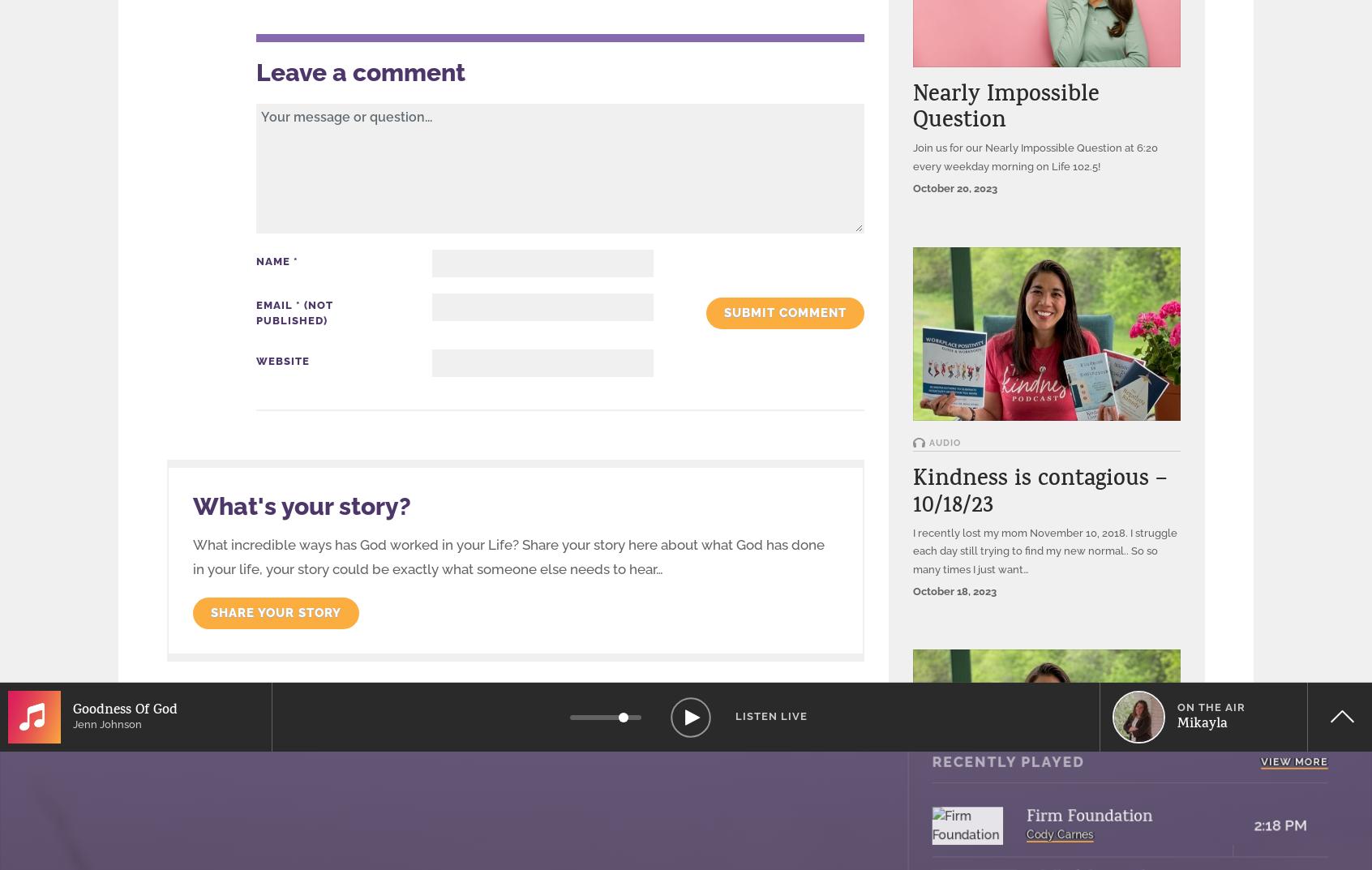 Image resolution: width=1372 pixels, height=870 pixels. Describe the element at coordinates (1347, 645) in the screenshot. I see `'XXL'` at that location.